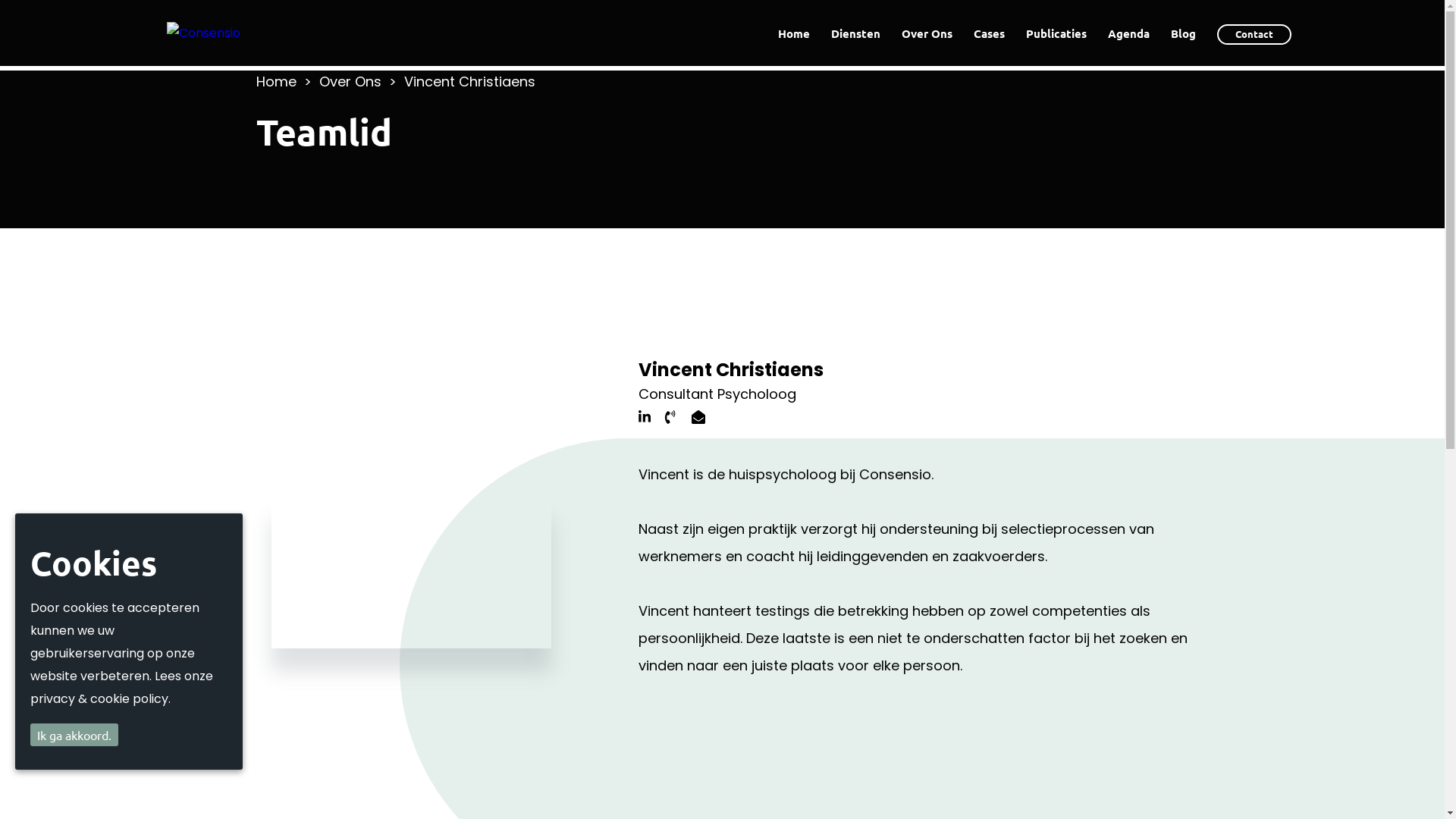  I want to click on 'Blog', so click(1182, 32).